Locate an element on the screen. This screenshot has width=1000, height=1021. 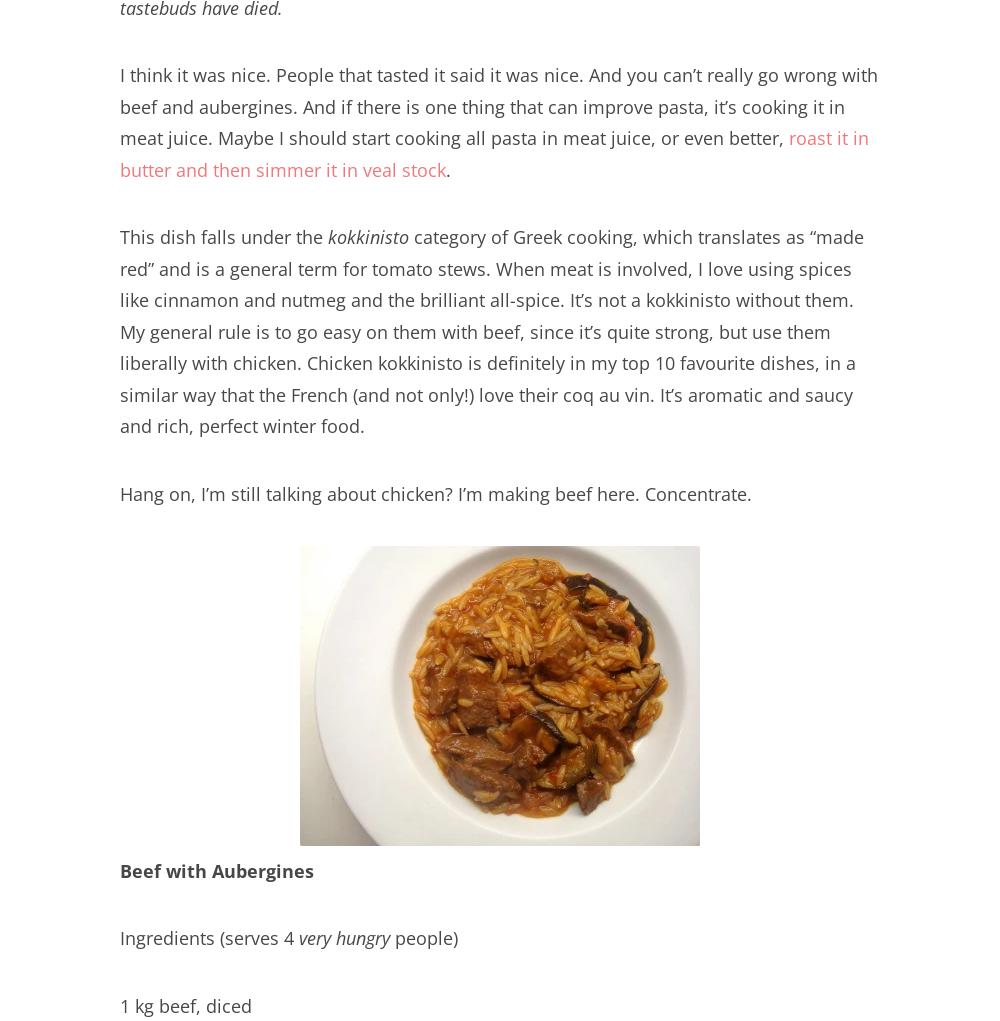
'Ingredients (serves 4' is located at coordinates (208, 937).